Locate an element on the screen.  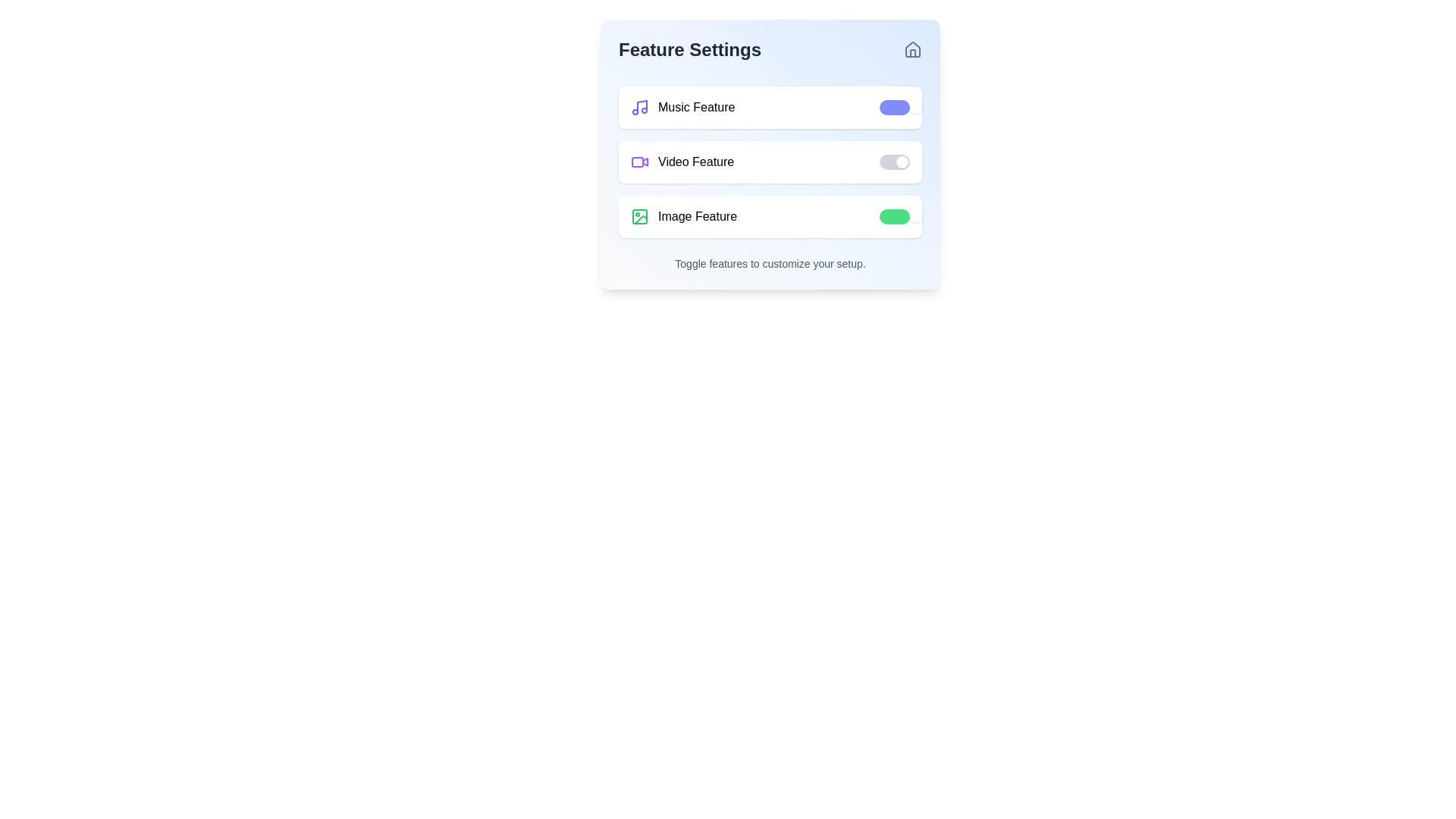
the text label in the first row of the feature settings list that describes the feature next to the music note icon and aligned with the toggle switch is located at coordinates (695, 107).